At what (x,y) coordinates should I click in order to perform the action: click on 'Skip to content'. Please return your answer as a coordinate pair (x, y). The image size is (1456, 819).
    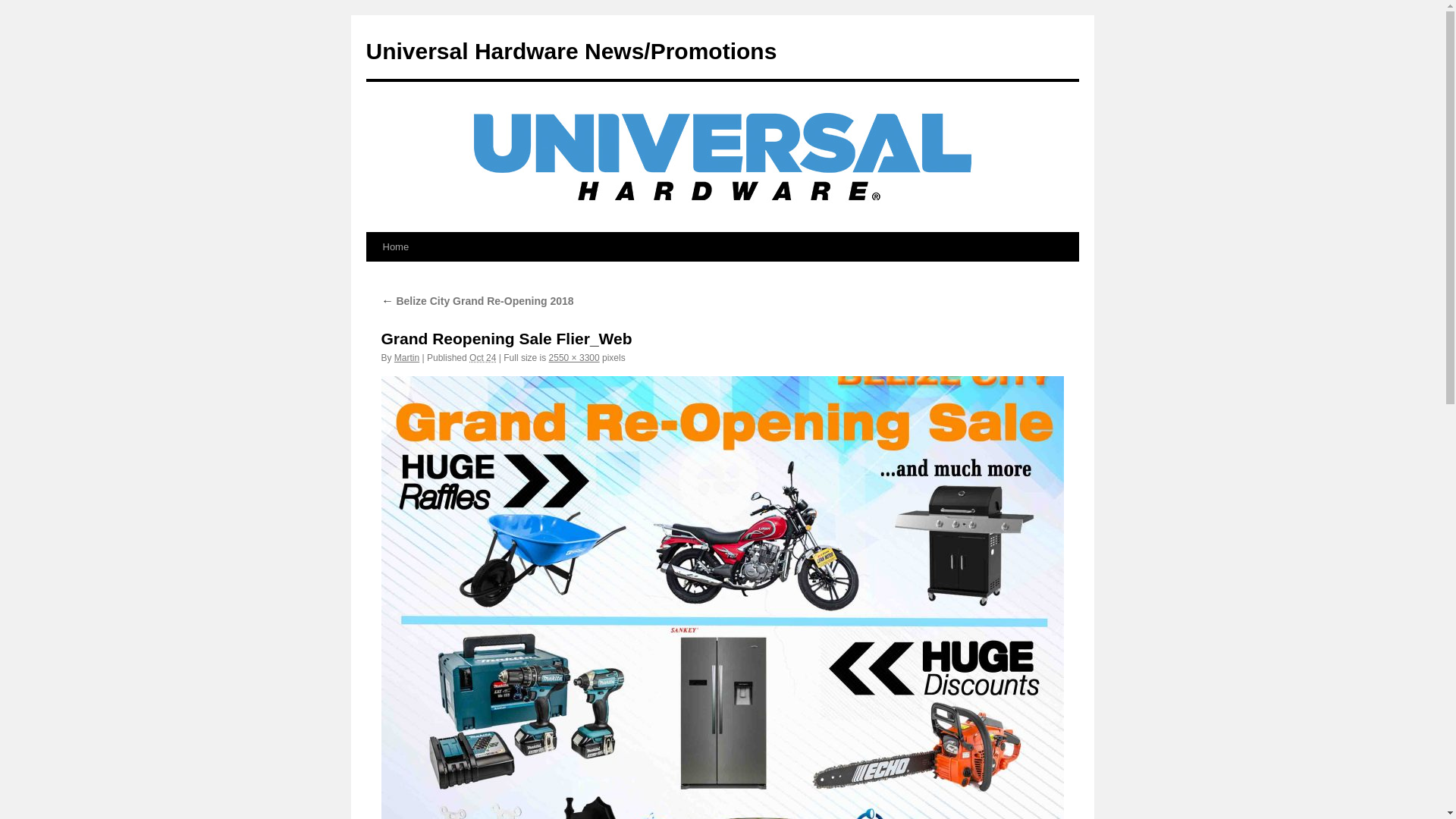
    Looking at the image, I should click on (372, 275).